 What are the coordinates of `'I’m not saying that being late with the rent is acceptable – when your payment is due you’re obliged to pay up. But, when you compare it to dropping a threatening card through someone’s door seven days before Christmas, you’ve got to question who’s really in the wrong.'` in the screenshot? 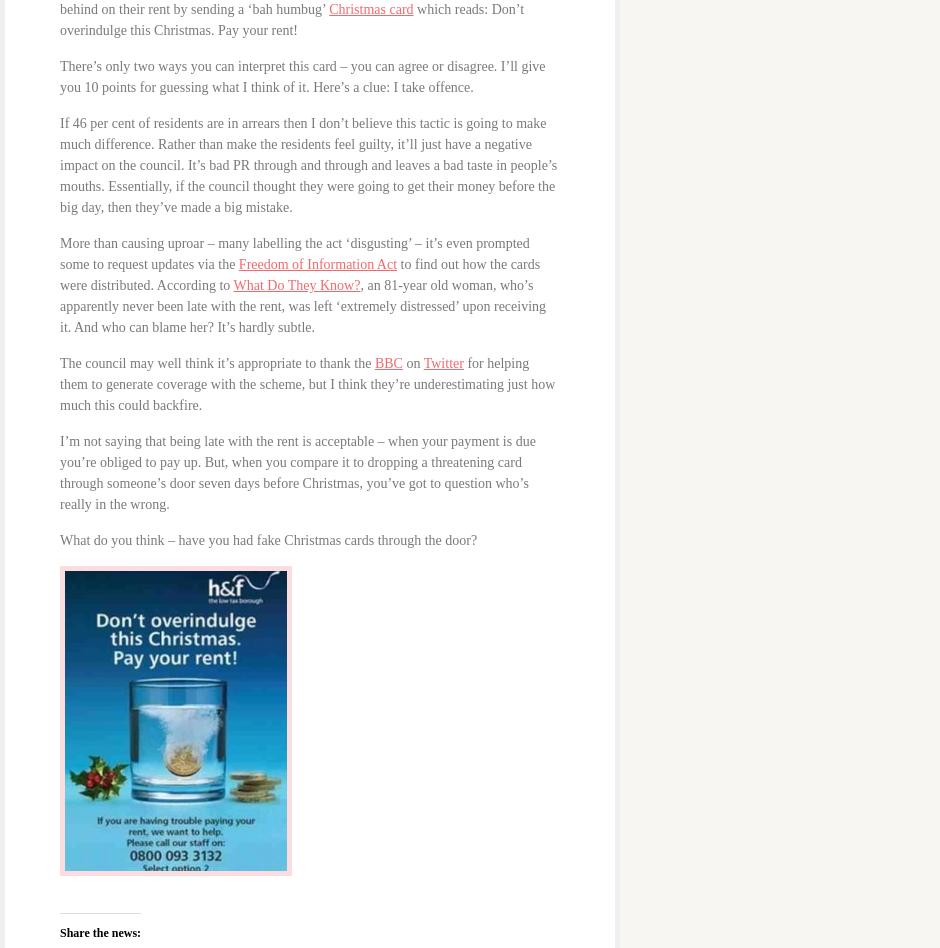 It's located at (58, 471).